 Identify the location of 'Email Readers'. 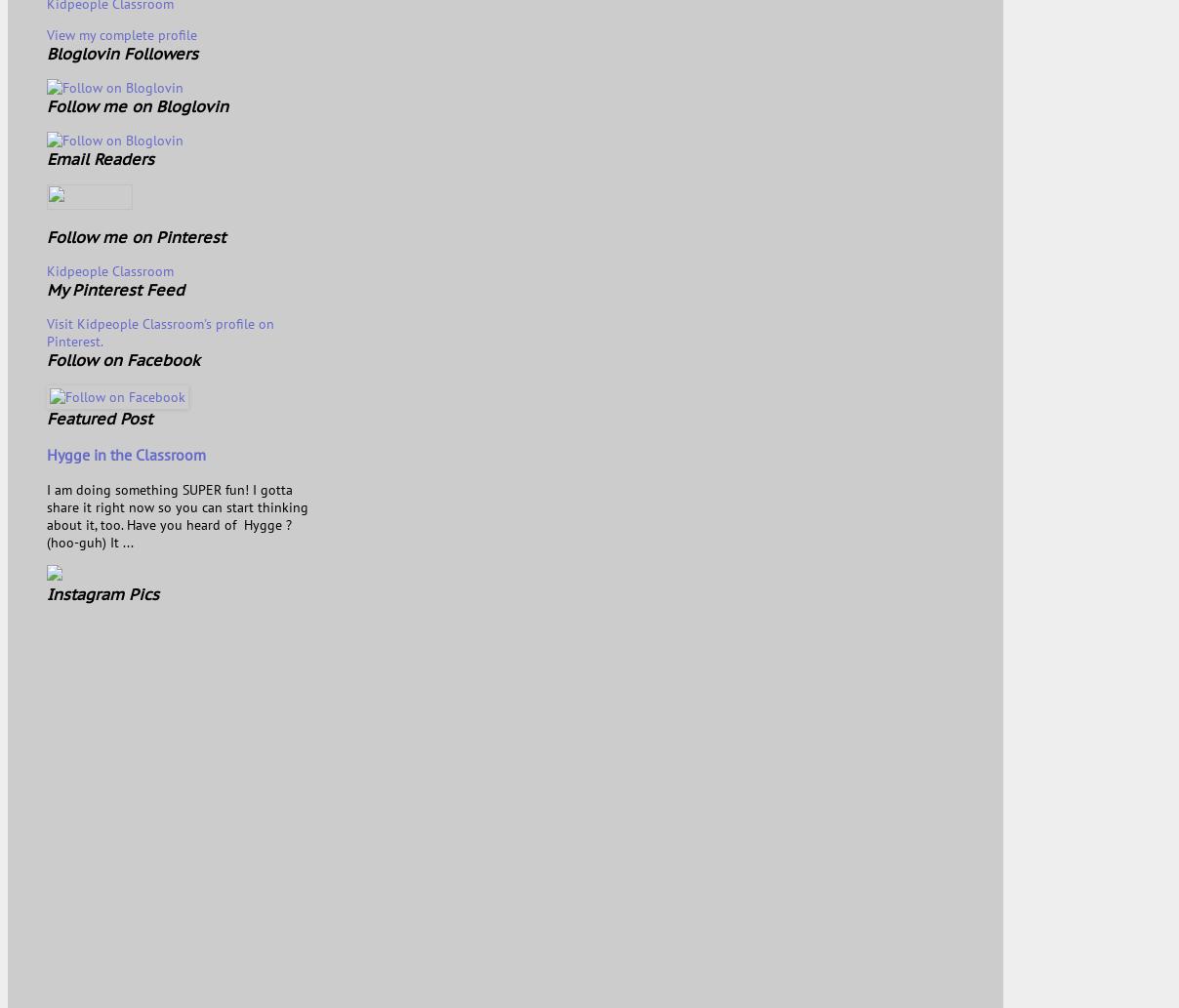
(100, 157).